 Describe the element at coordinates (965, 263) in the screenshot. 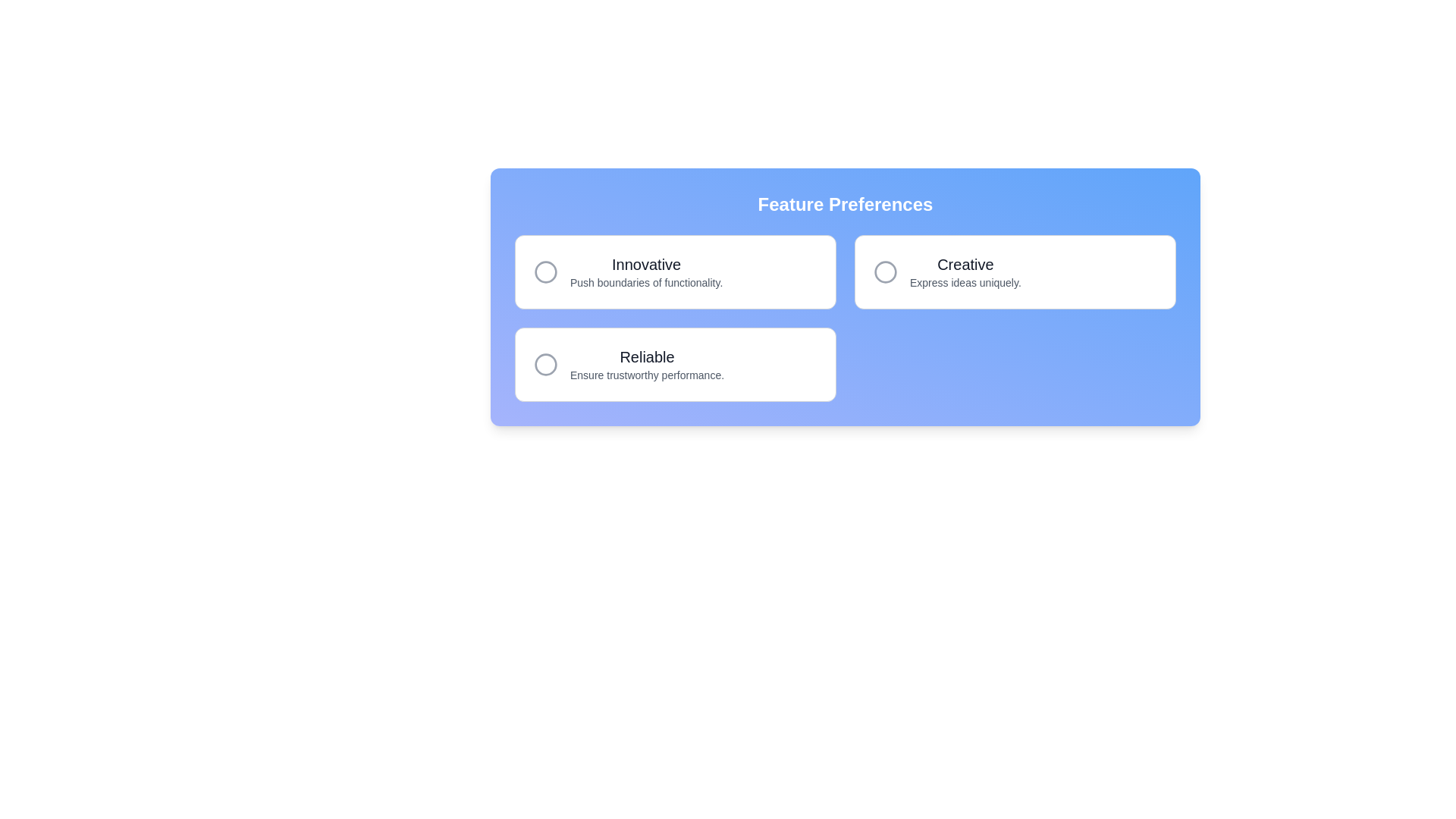

I see `the text label that displays the word 'Creative', which is styled in a larger bold dark gray font as the title of the second option in a feature preferences list` at that location.